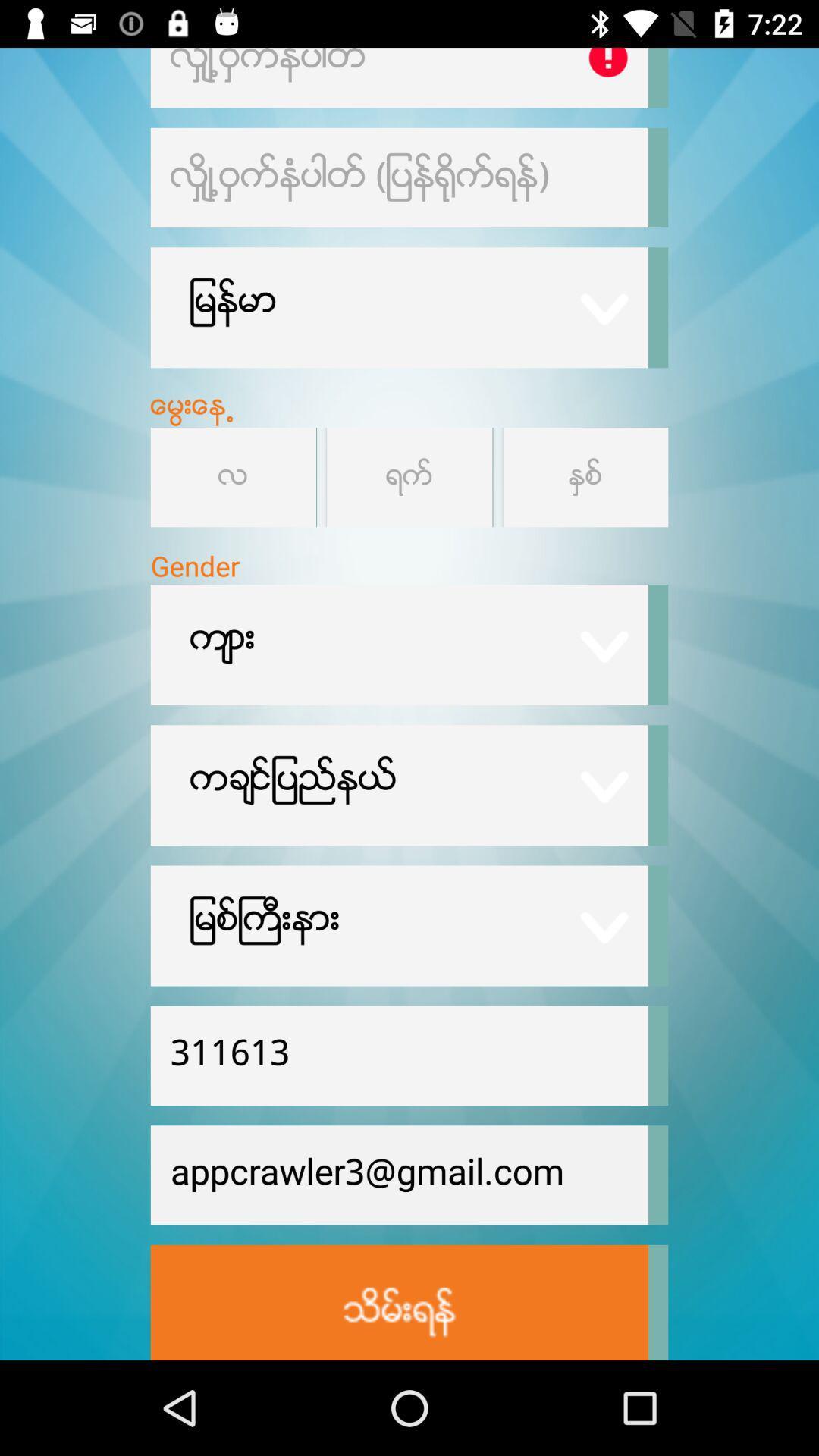 This screenshot has width=819, height=1456. Describe the element at coordinates (398, 1301) in the screenshot. I see `sign up button` at that location.